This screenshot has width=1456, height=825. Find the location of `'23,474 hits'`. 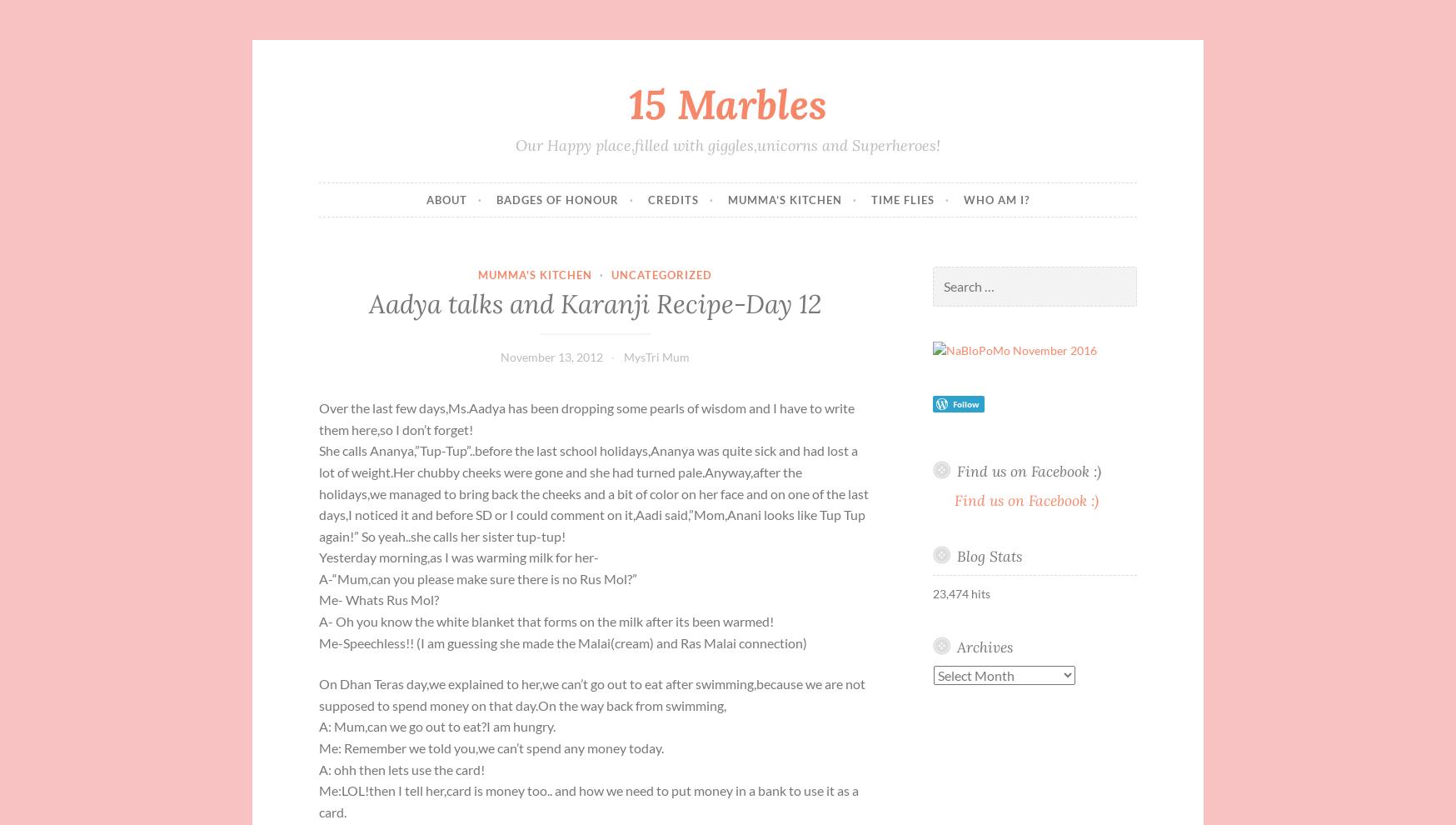

'23,474 hits' is located at coordinates (932, 592).